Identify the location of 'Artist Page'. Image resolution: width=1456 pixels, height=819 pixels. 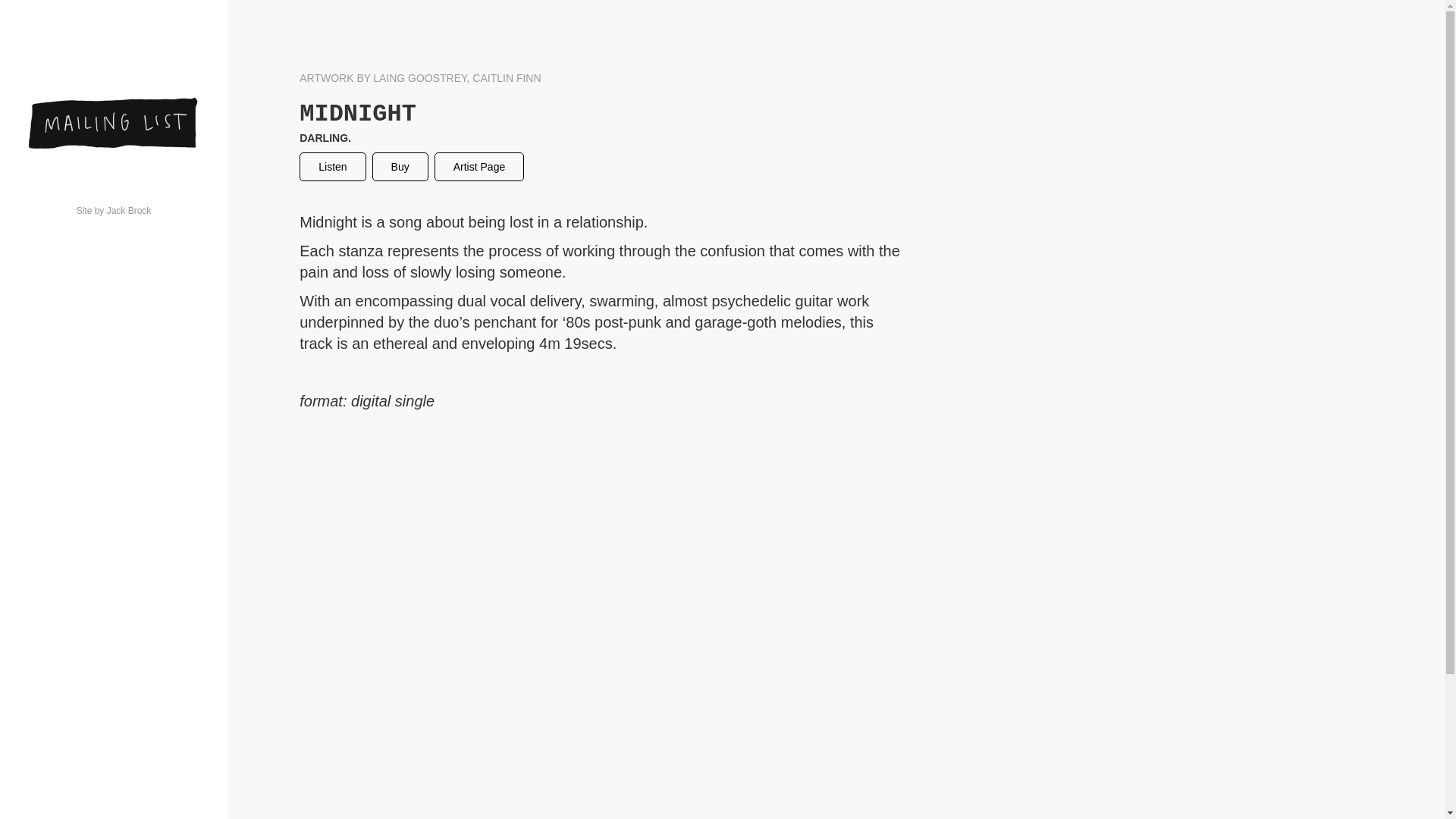
(479, 166).